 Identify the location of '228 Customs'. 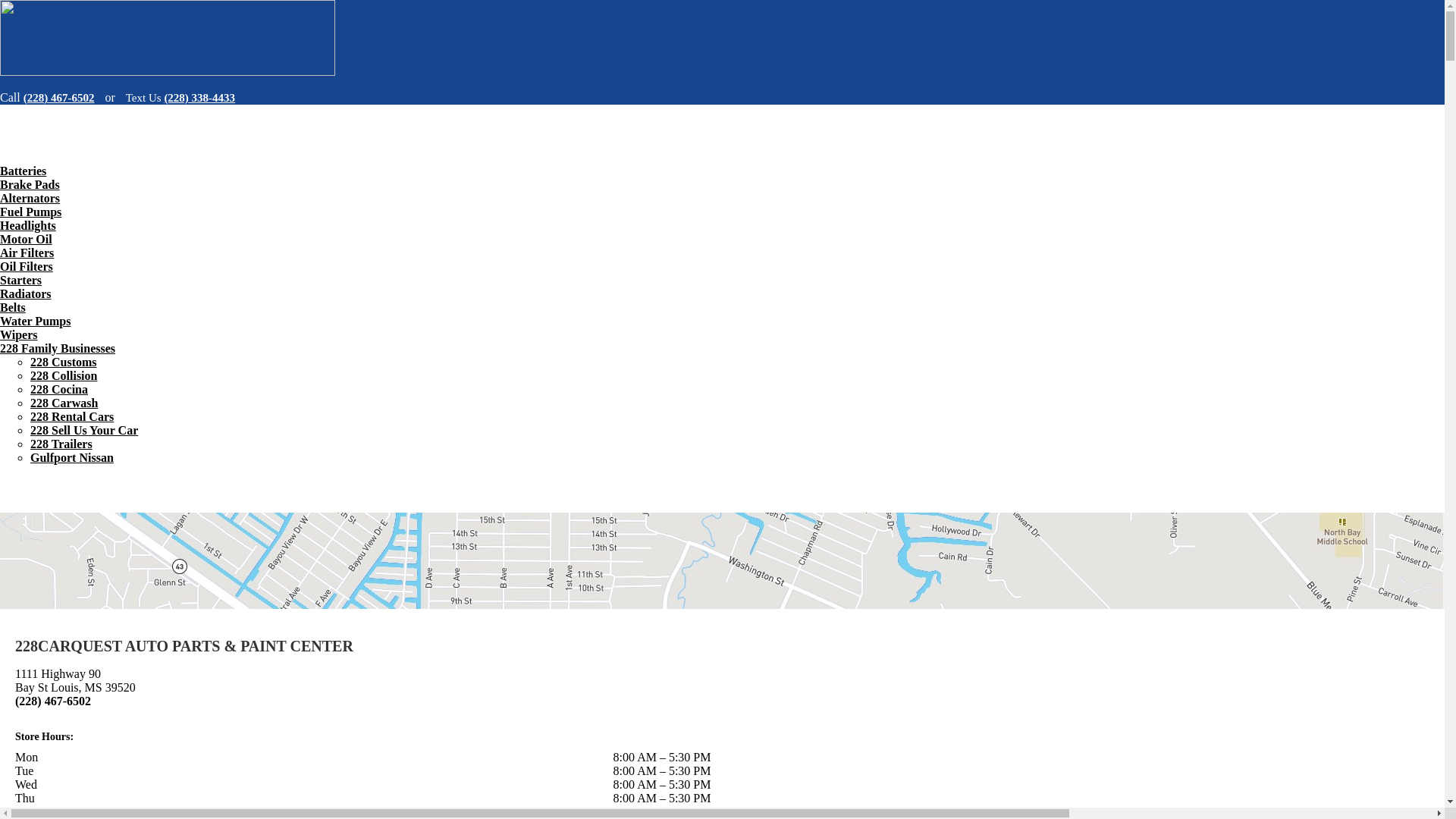
(62, 362).